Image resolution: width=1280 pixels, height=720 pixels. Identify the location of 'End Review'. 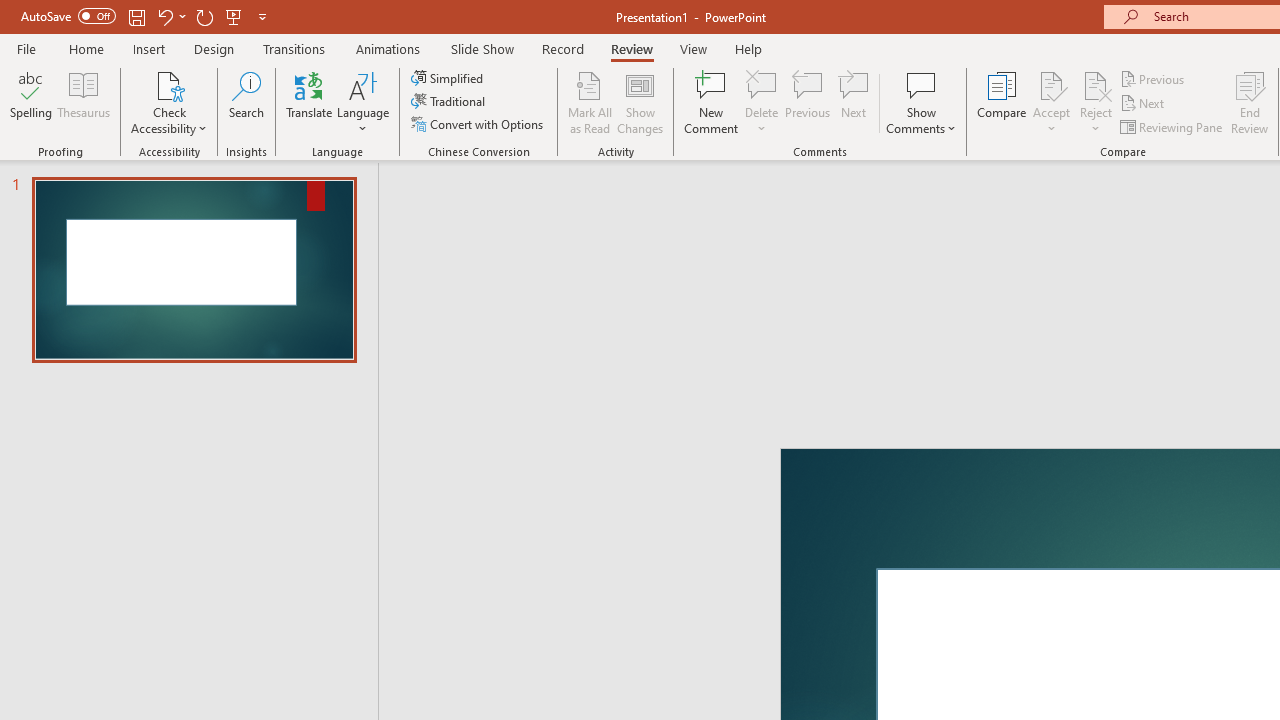
(1248, 103).